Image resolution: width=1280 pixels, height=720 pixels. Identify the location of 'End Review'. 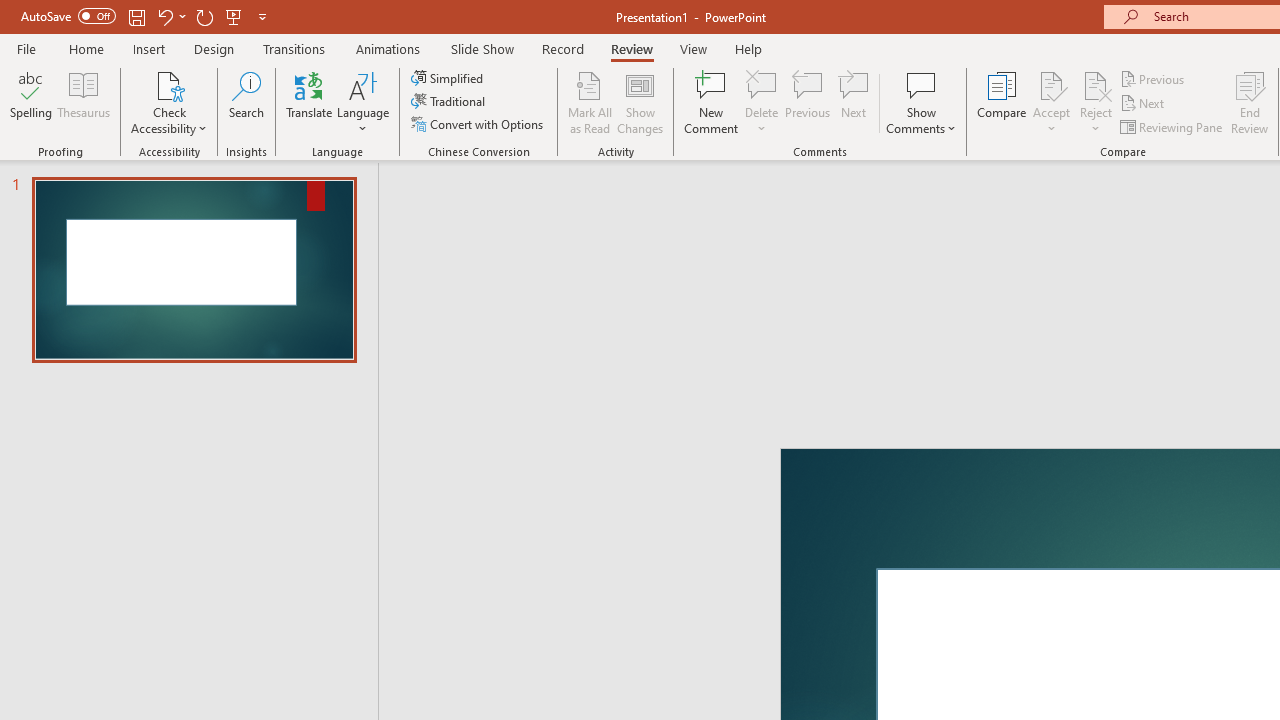
(1248, 103).